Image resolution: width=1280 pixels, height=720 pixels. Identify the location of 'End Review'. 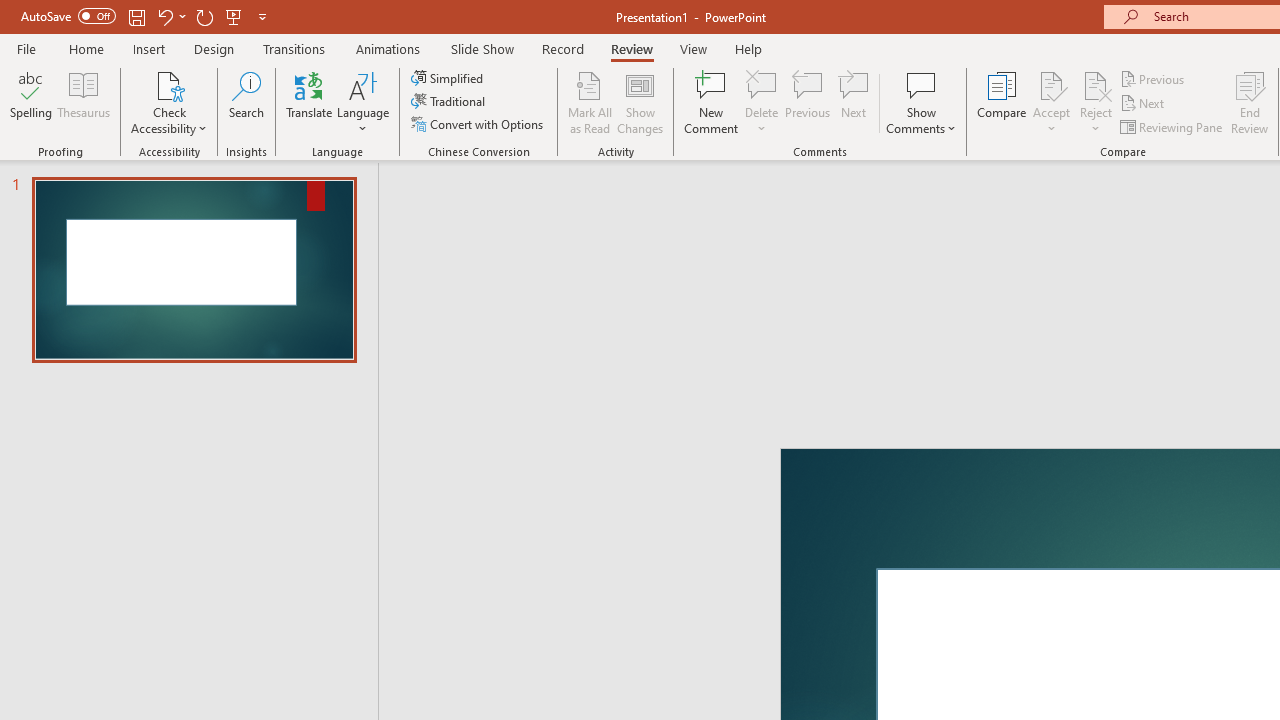
(1248, 103).